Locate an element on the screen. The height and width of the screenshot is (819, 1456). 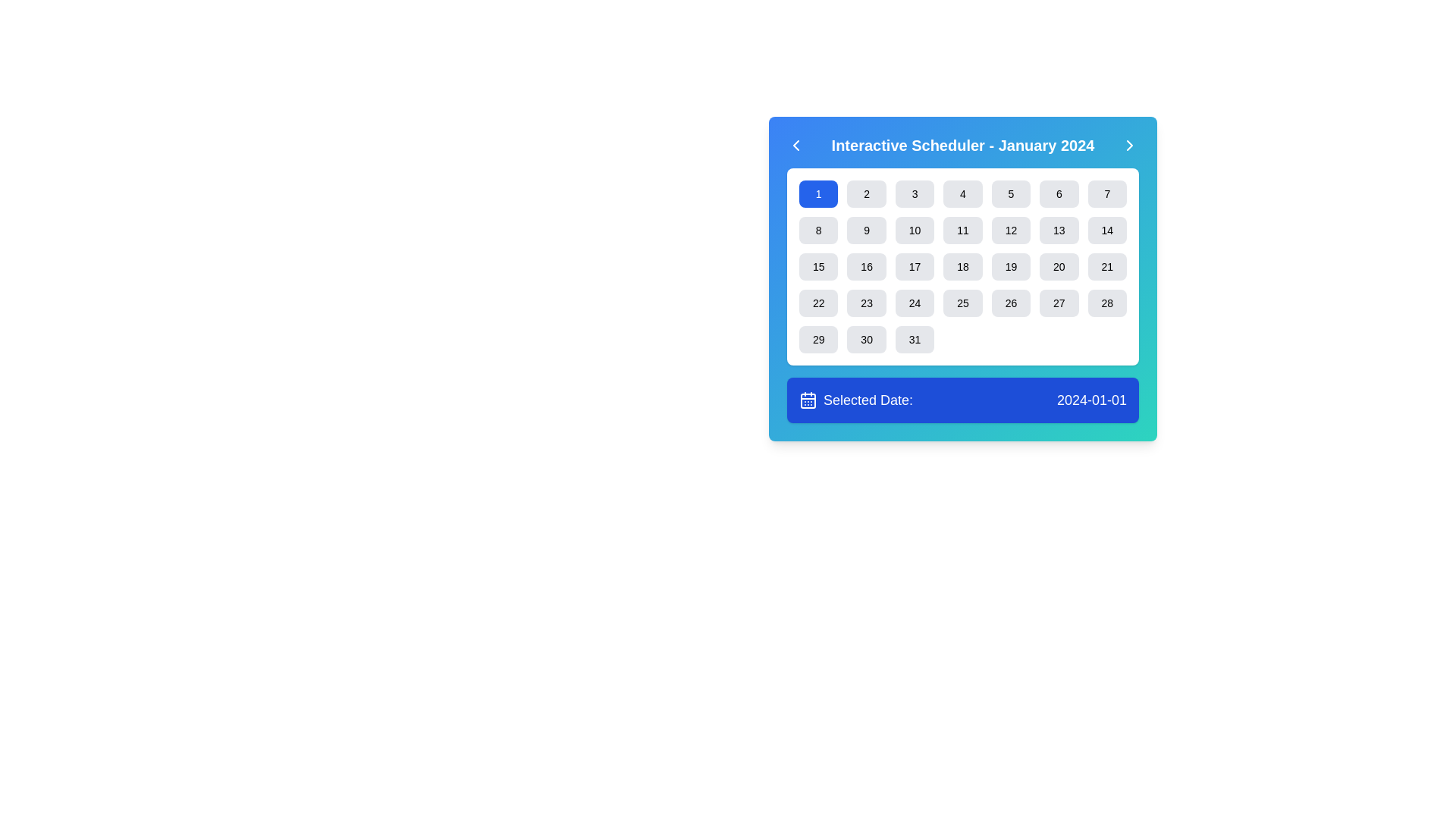
the rounded rectangular button labeled '25' in the fourth row and fourth column of the calendar grid is located at coordinates (962, 303).